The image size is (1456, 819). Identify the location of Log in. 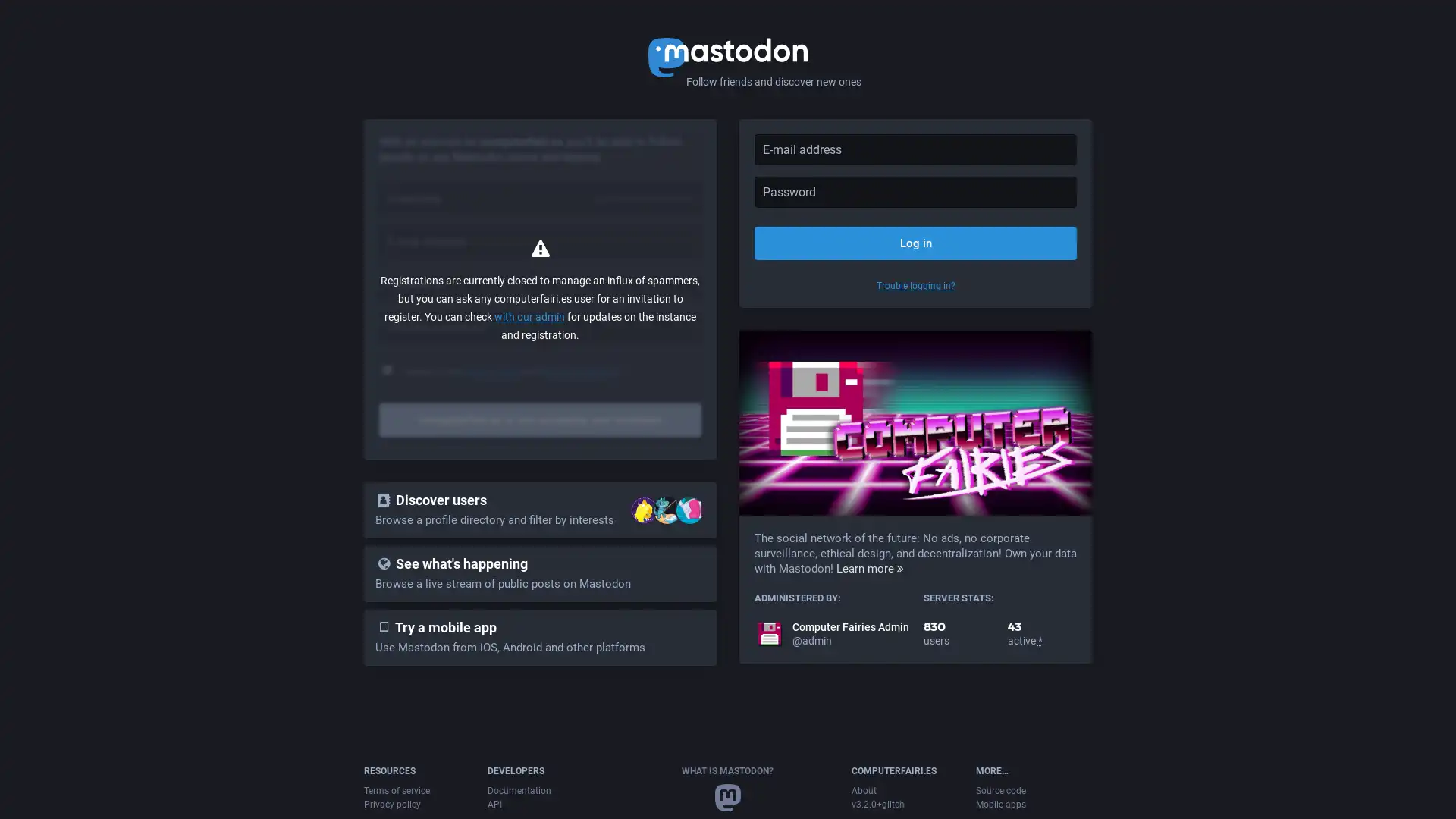
(915, 242).